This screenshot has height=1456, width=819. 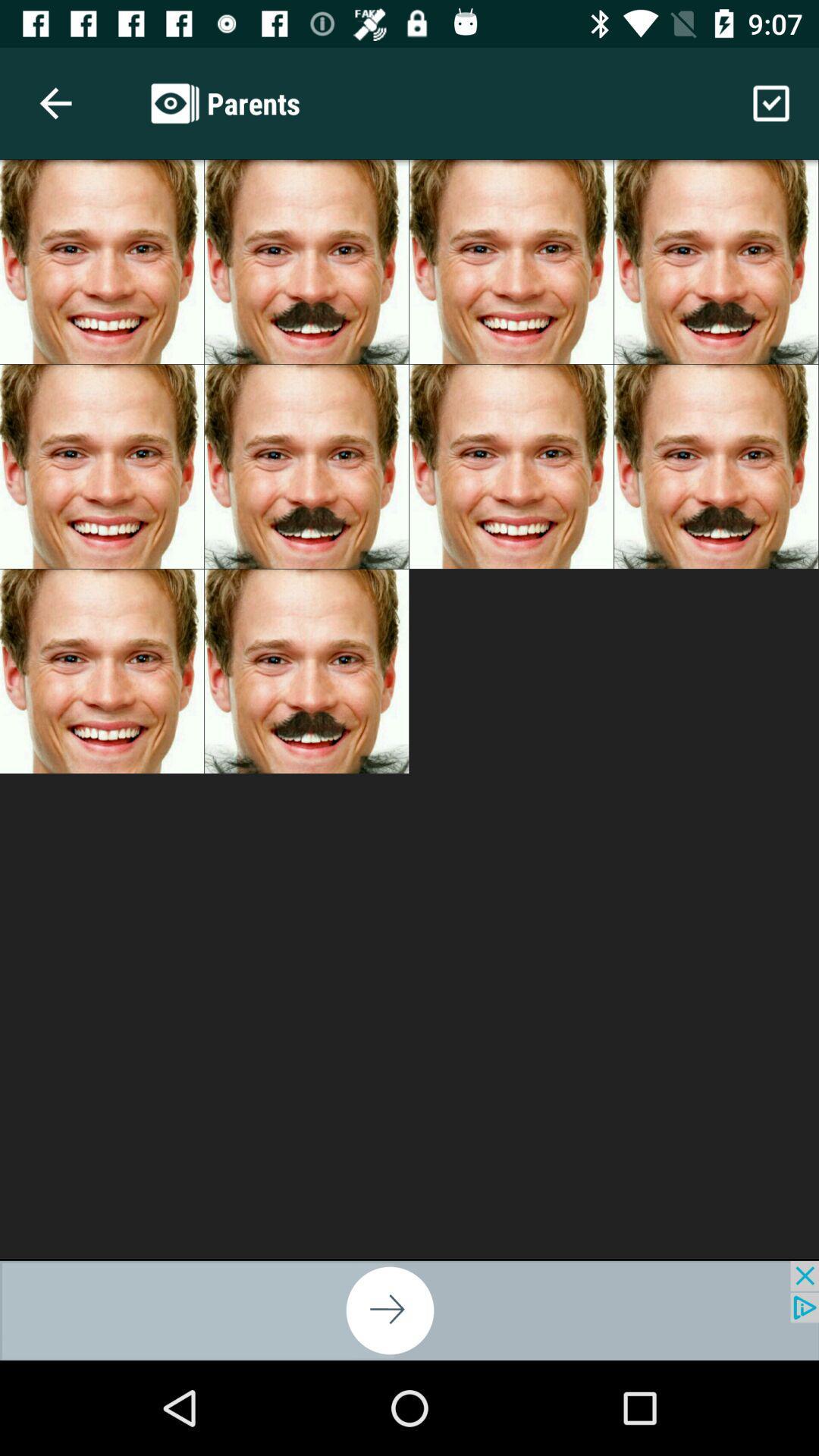 What do you see at coordinates (716, 466) in the screenshot?
I see `fourth image from second row` at bounding box center [716, 466].